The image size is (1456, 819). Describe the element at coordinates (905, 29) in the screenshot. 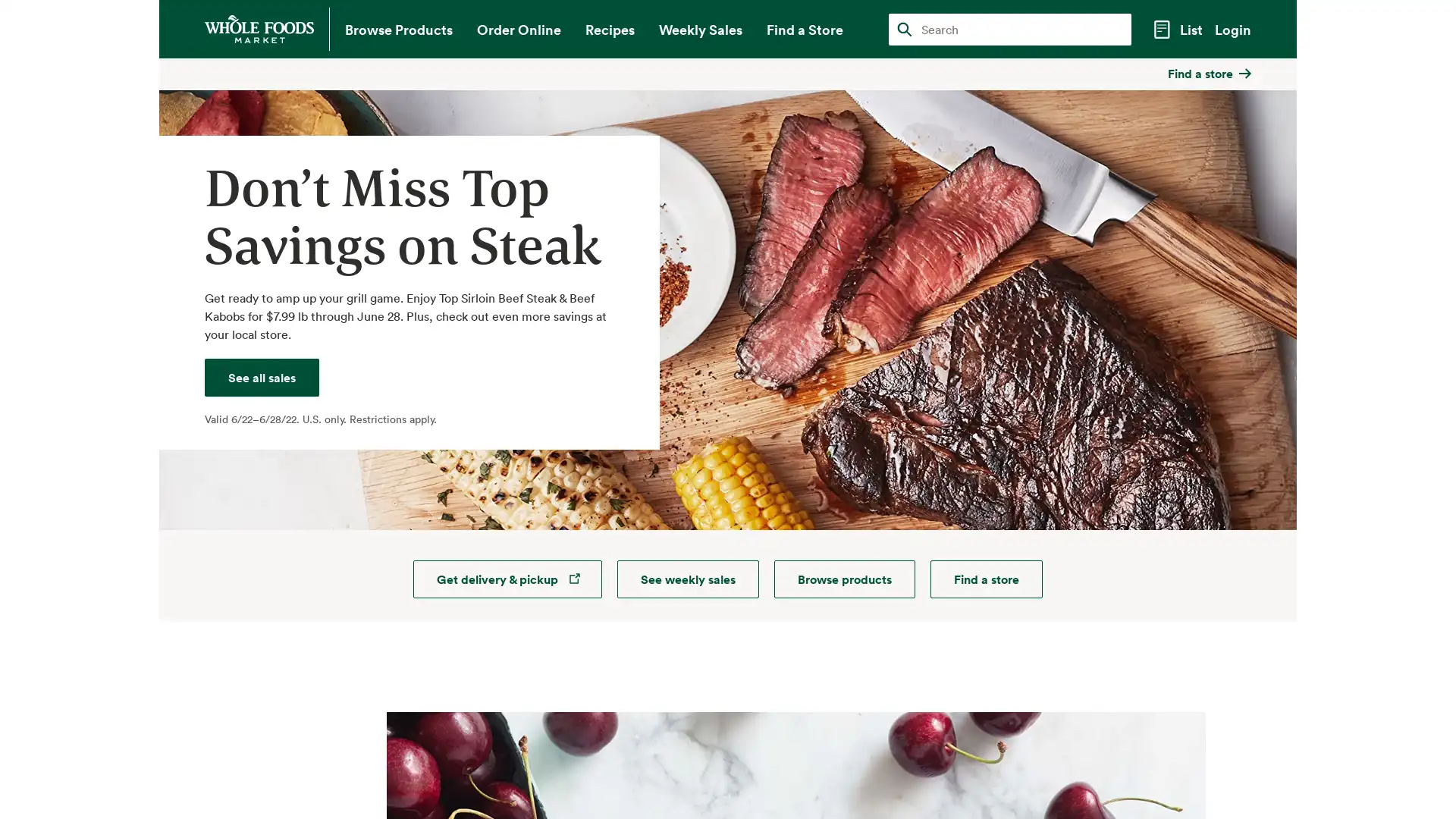

I see `Submit Search` at that location.